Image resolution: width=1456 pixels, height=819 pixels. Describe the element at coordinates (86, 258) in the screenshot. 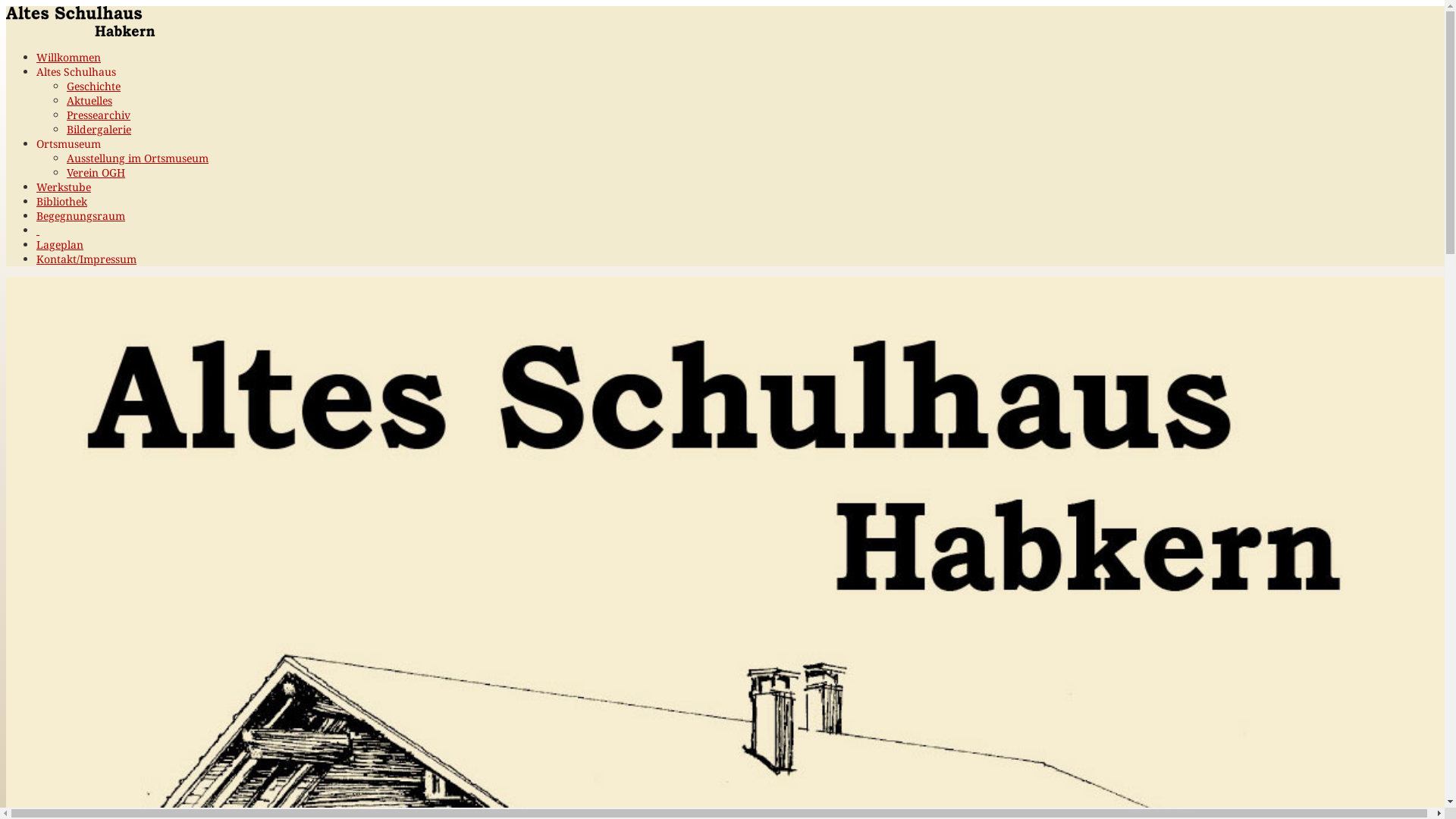

I see `'Kontakt/Impressum'` at that location.